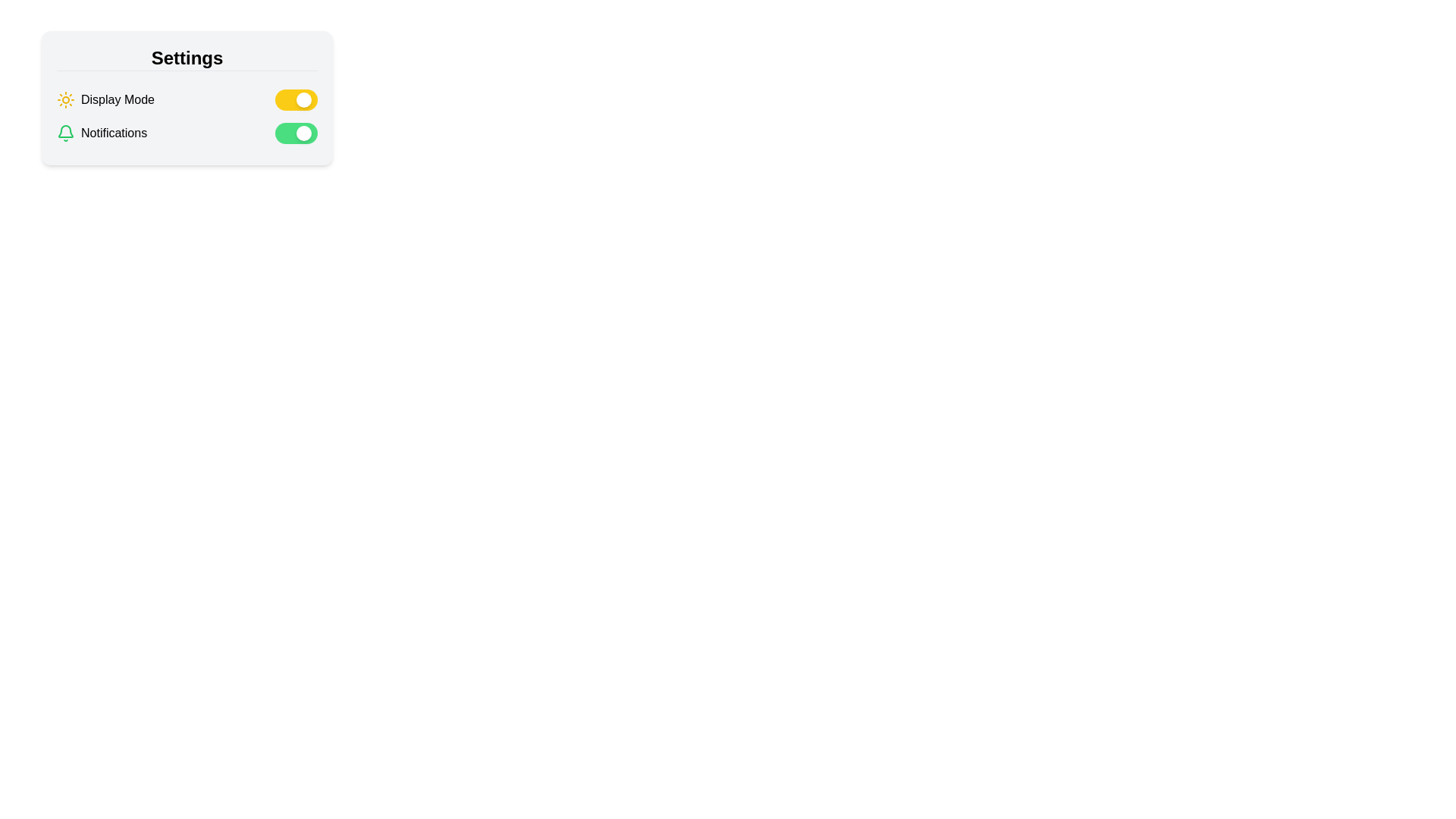 Image resolution: width=1456 pixels, height=819 pixels. Describe the element at coordinates (296, 133) in the screenshot. I see `the toggle switch for the 'Notifications' feature located in the second row, aligned with its label and icon` at that location.